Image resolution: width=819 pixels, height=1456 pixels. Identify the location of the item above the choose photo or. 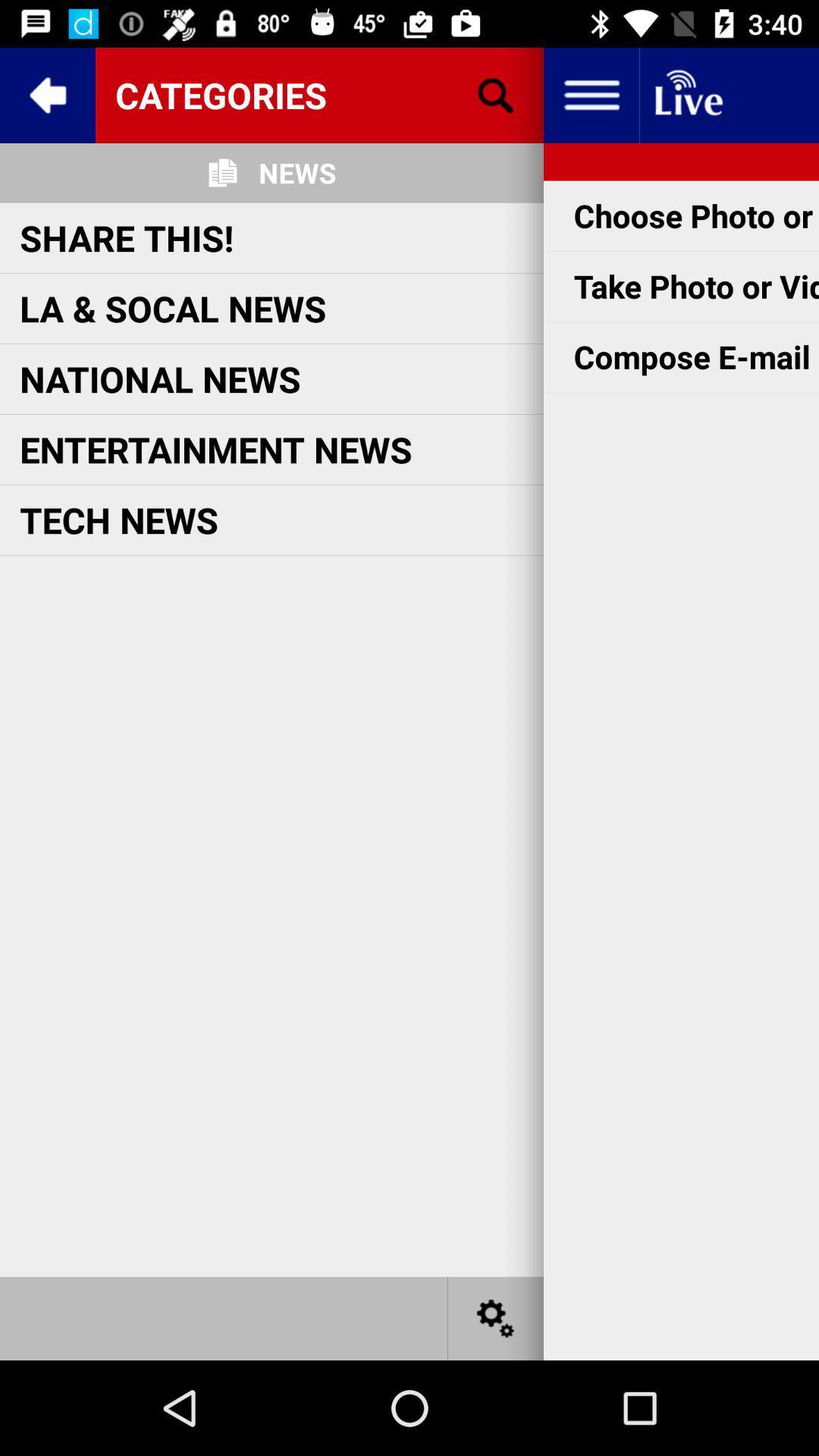
(687, 94).